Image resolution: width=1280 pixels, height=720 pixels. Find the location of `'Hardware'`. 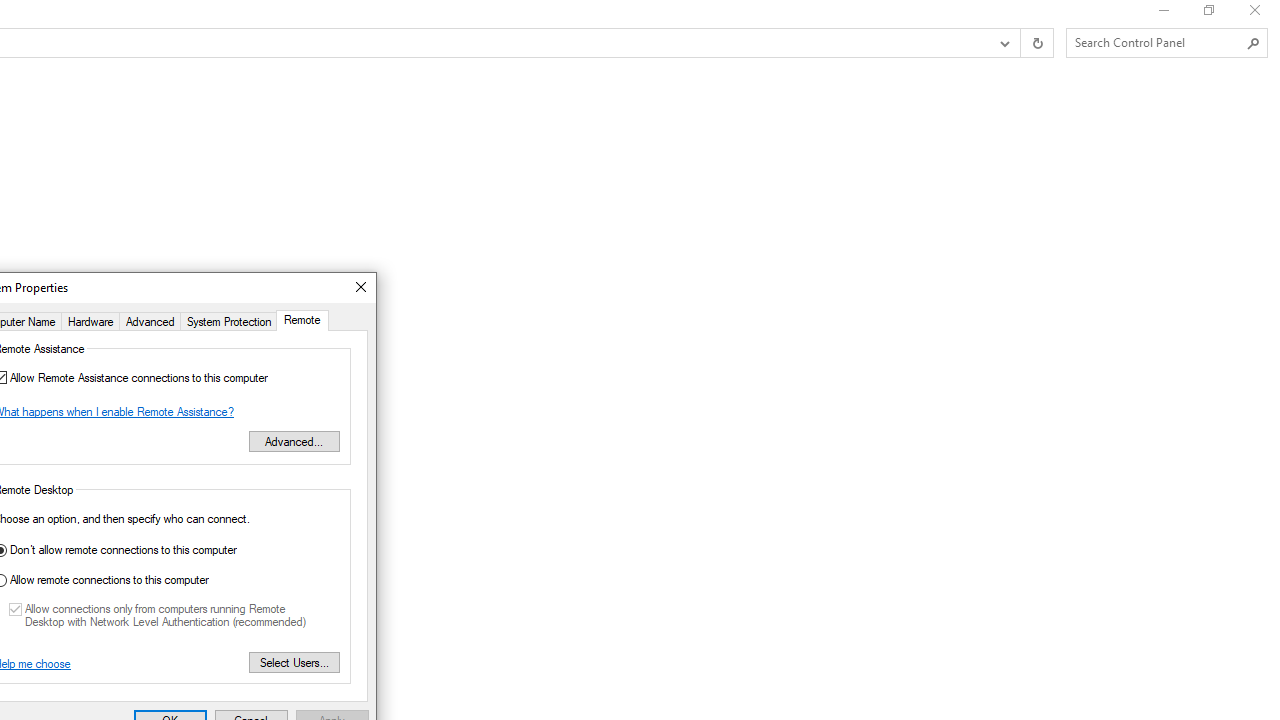

'Hardware' is located at coordinates (89, 319).